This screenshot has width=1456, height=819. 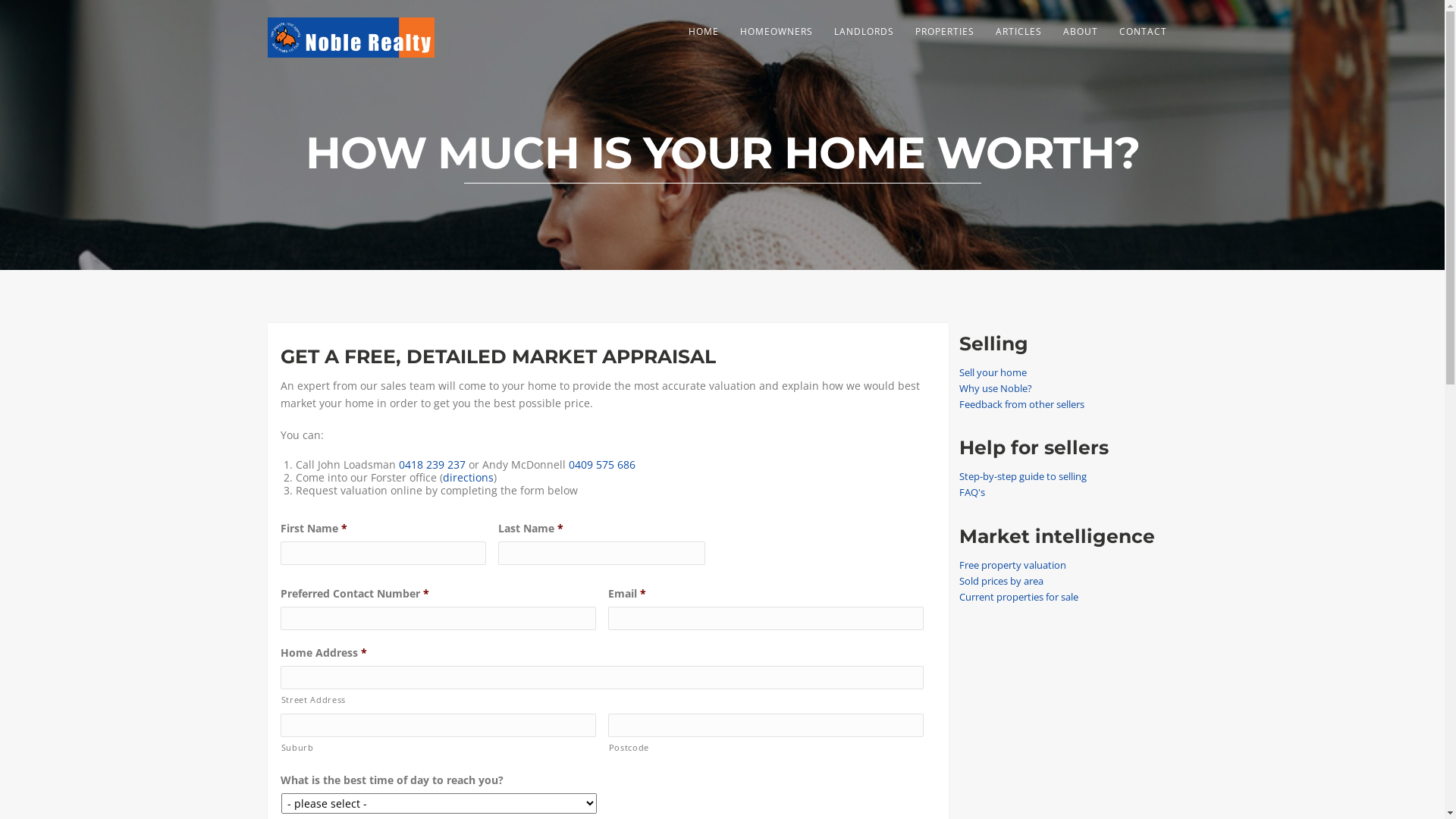 What do you see at coordinates (1012, 564) in the screenshot?
I see `'Free property valuation'` at bounding box center [1012, 564].